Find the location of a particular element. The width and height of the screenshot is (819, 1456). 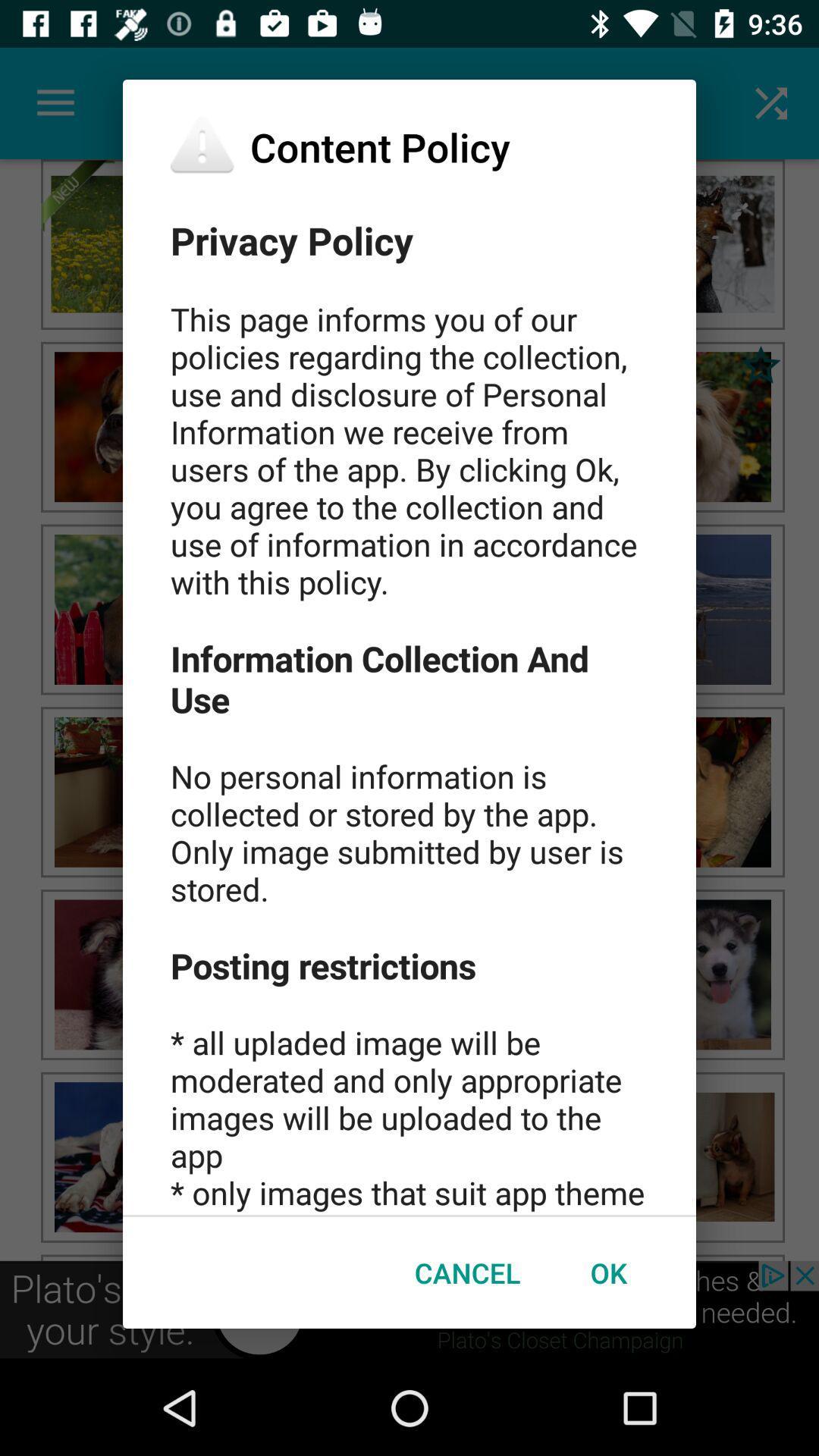

icon to the left of the ok item is located at coordinates (466, 1272).